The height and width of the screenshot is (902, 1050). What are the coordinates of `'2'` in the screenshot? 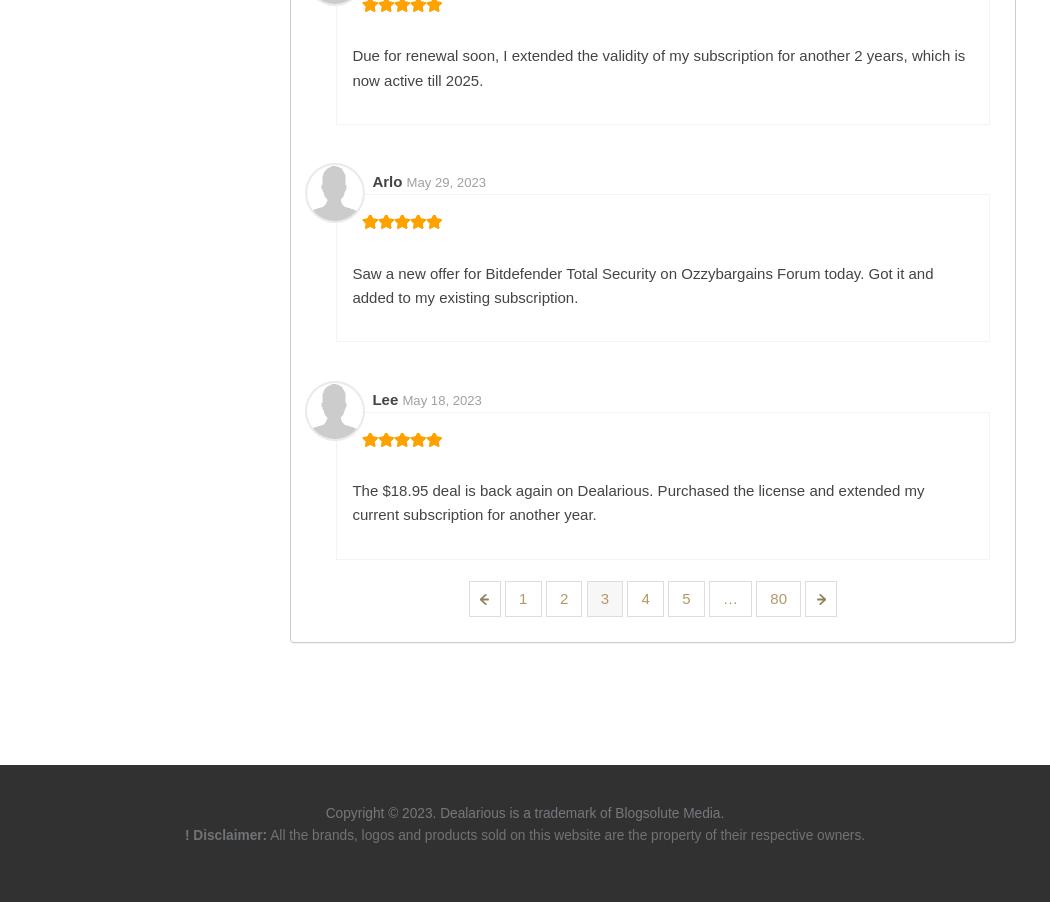 It's located at (562, 598).